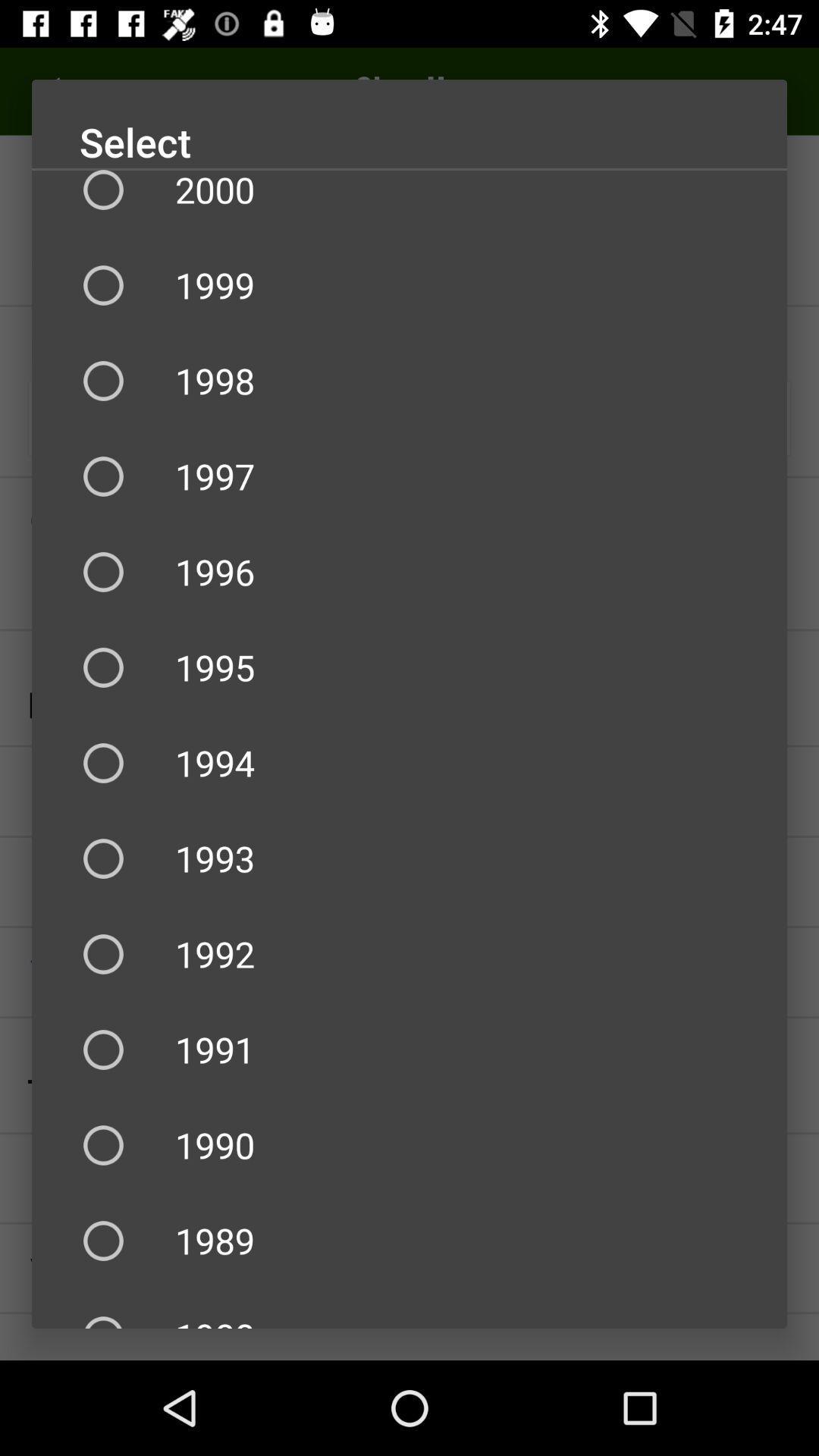 This screenshot has width=819, height=1456. I want to click on the icon above 1988 icon, so click(409, 1241).